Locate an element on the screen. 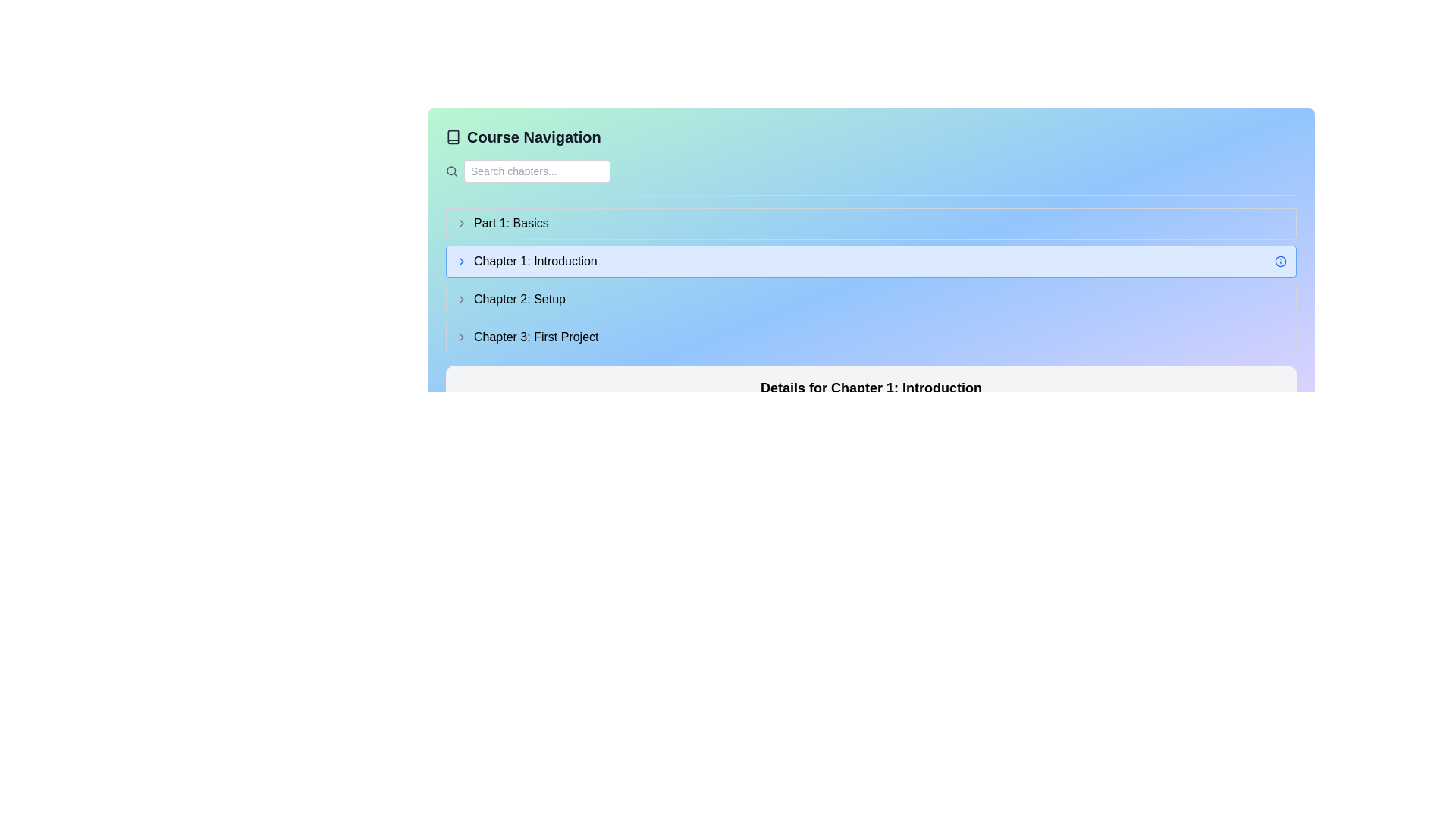 The width and height of the screenshot is (1456, 819). the chevron icon located in the 'Course Navigation' section is located at coordinates (461, 336).